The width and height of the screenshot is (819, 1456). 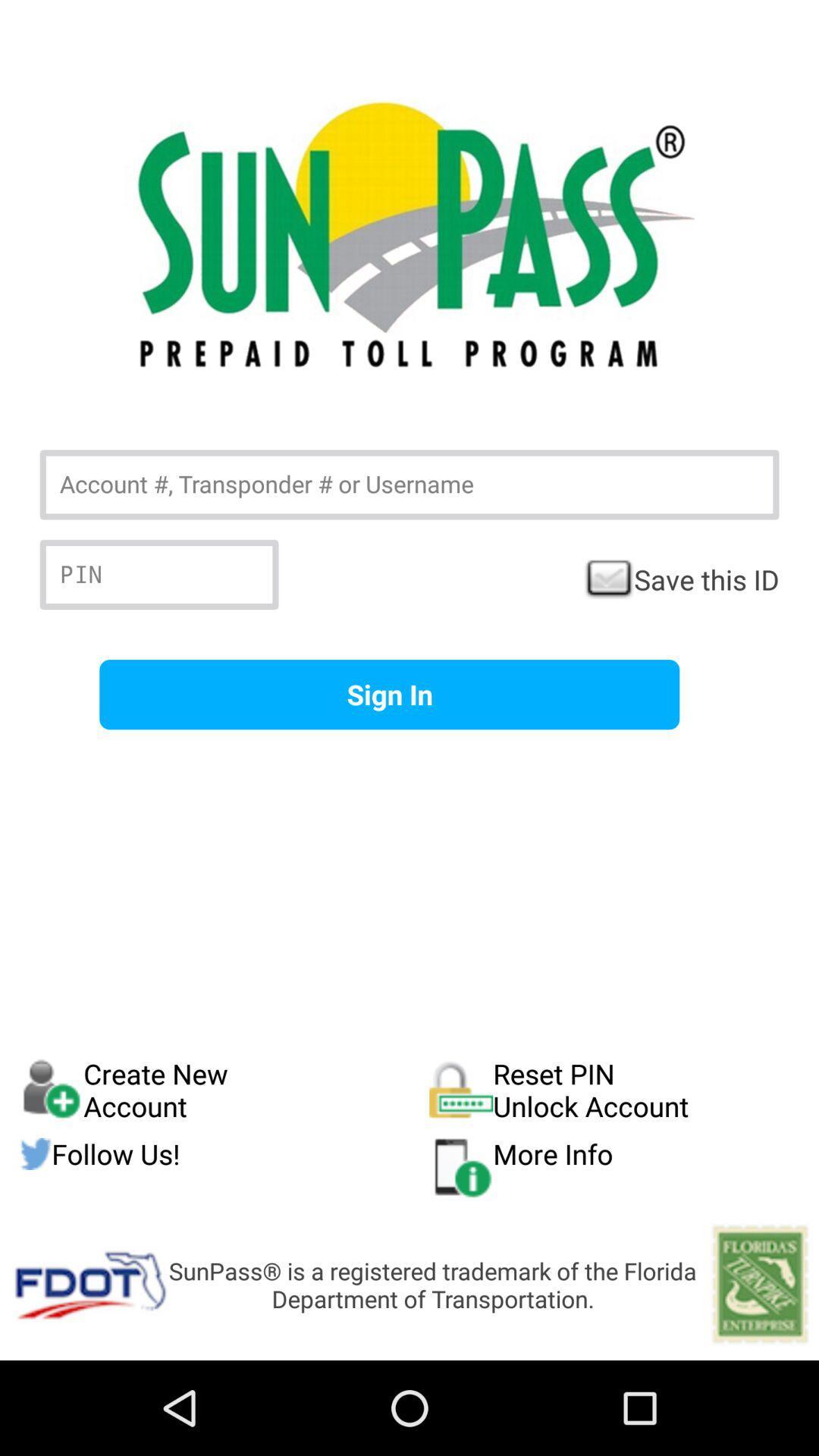 I want to click on item above sign in icon, so click(x=680, y=579).